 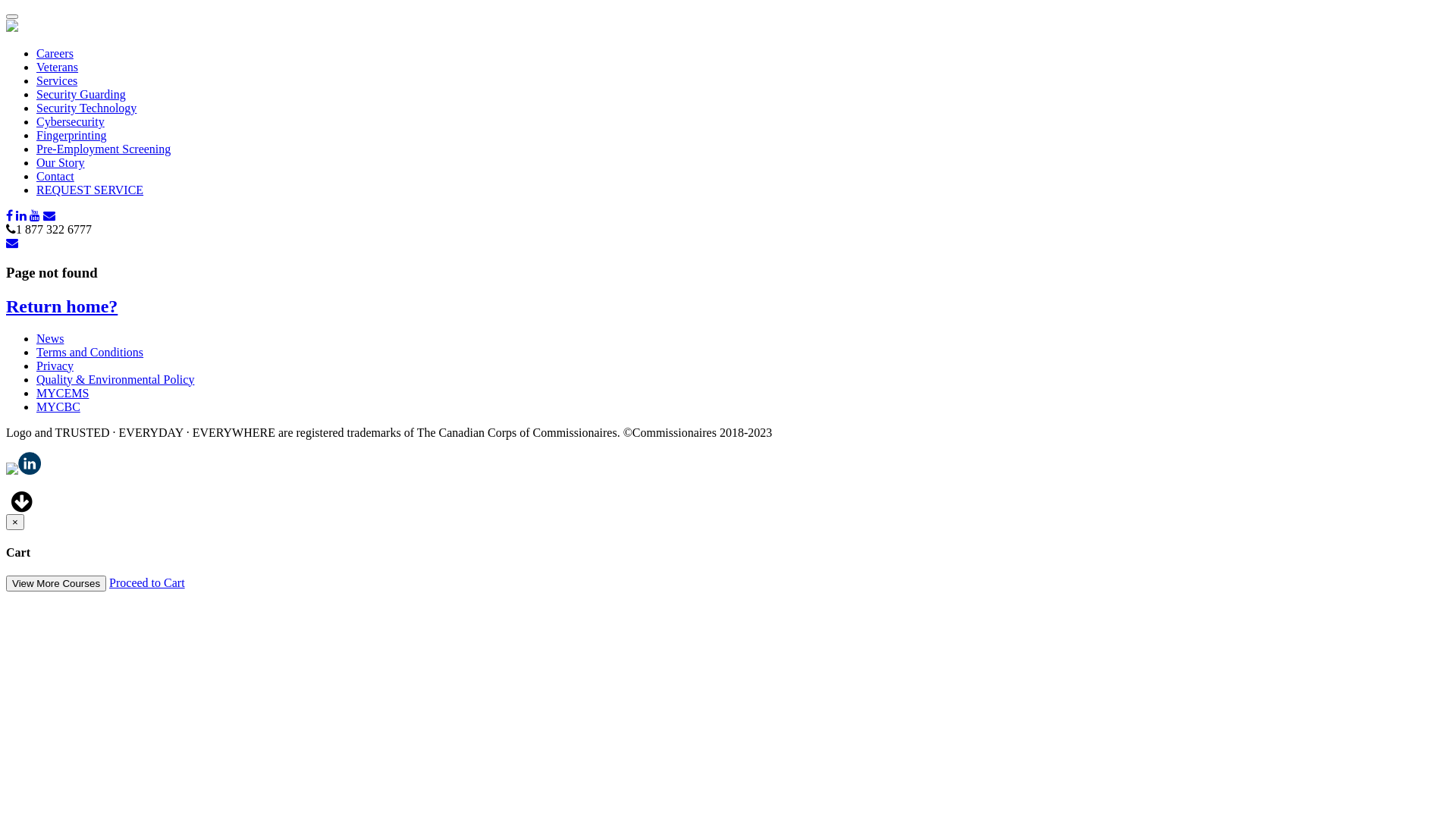 What do you see at coordinates (55, 366) in the screenshot?
I see `'Privacy'` at bounding box center [55, 366].